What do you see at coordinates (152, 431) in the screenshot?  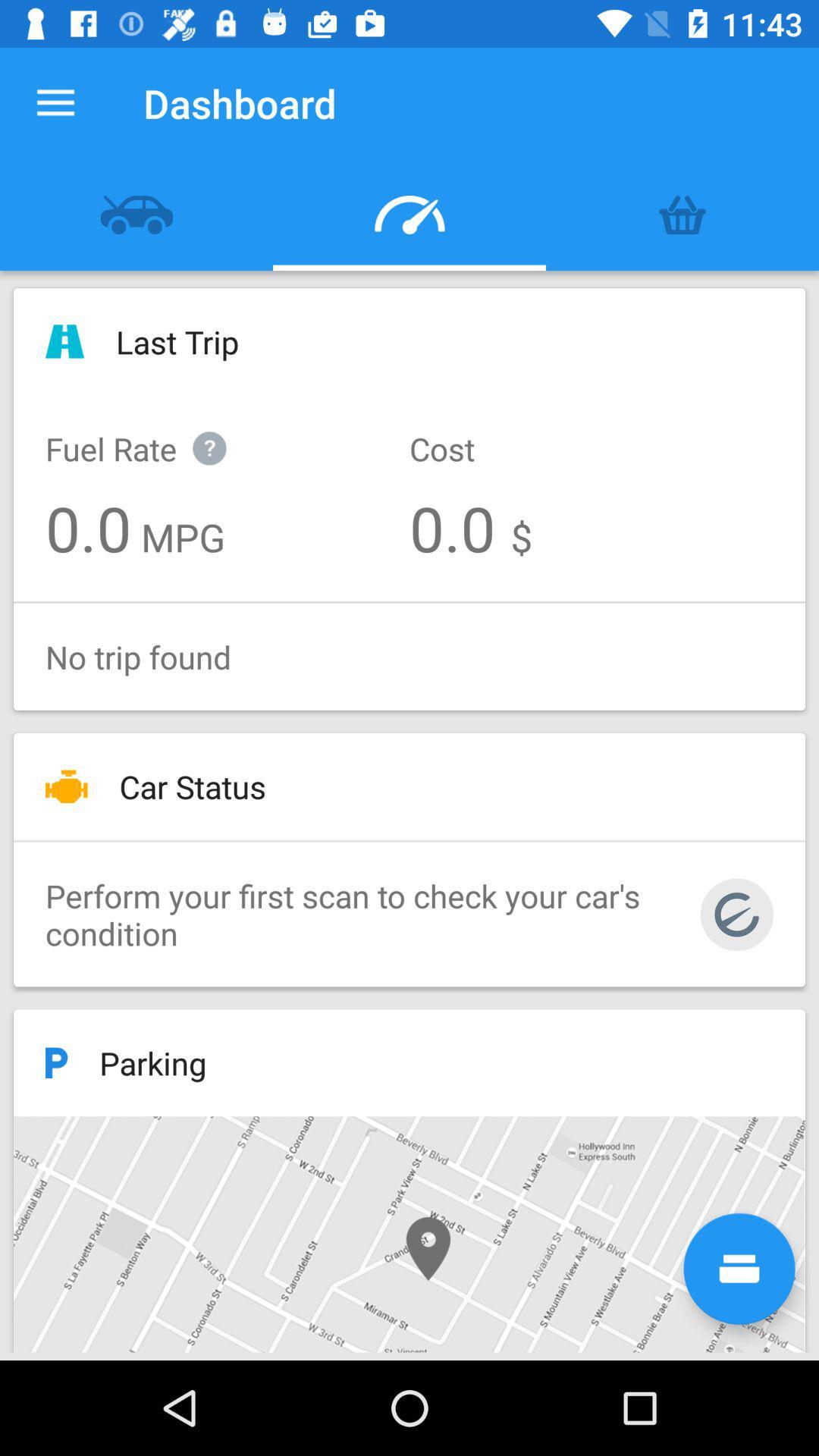 I see `the fuel rate icon` at bounding box center [152, 431].